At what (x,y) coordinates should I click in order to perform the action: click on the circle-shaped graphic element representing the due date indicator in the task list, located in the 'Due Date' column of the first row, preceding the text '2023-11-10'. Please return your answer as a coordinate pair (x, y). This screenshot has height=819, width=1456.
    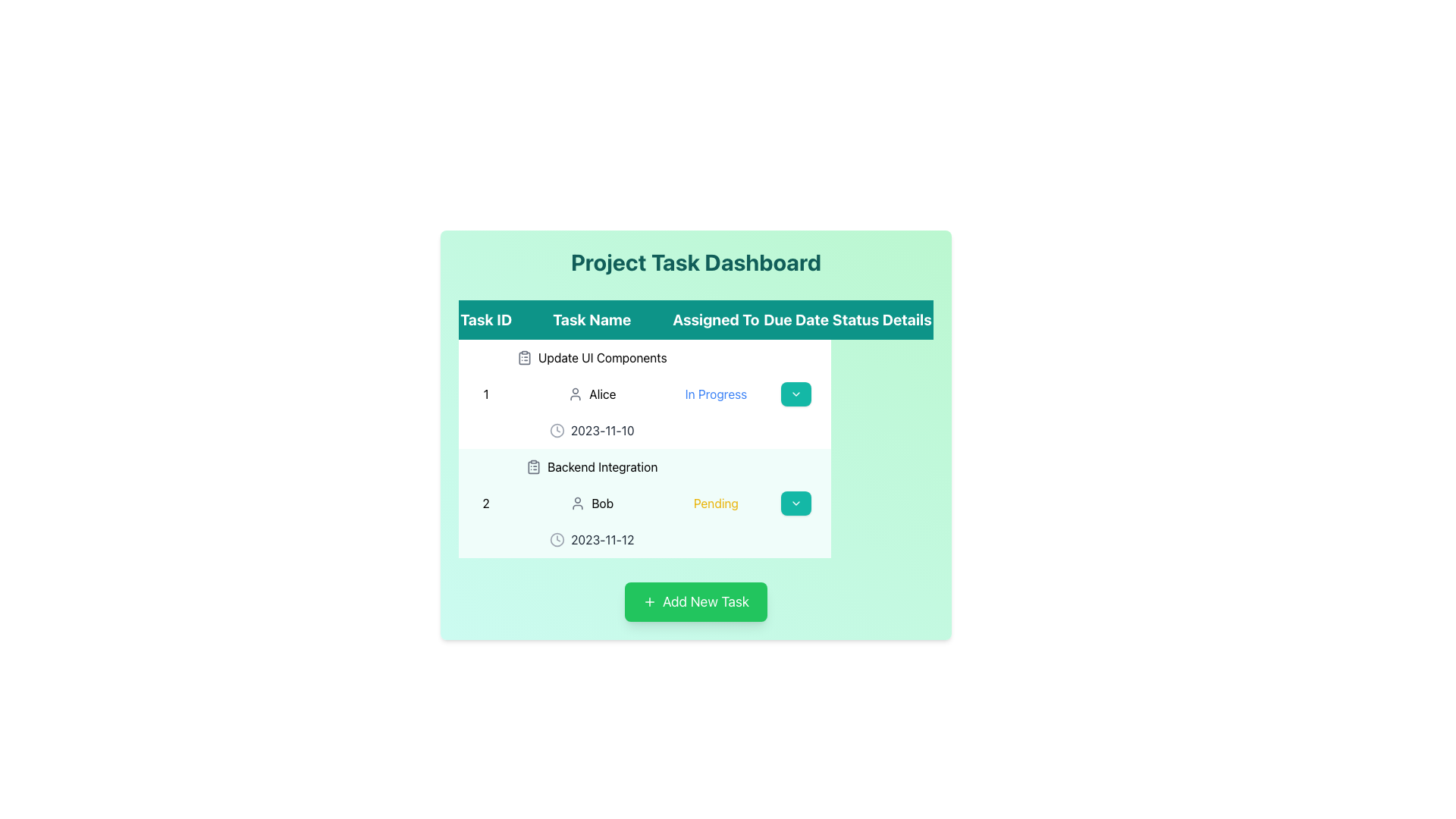
    Looking at the image, I should click on (556, 430).